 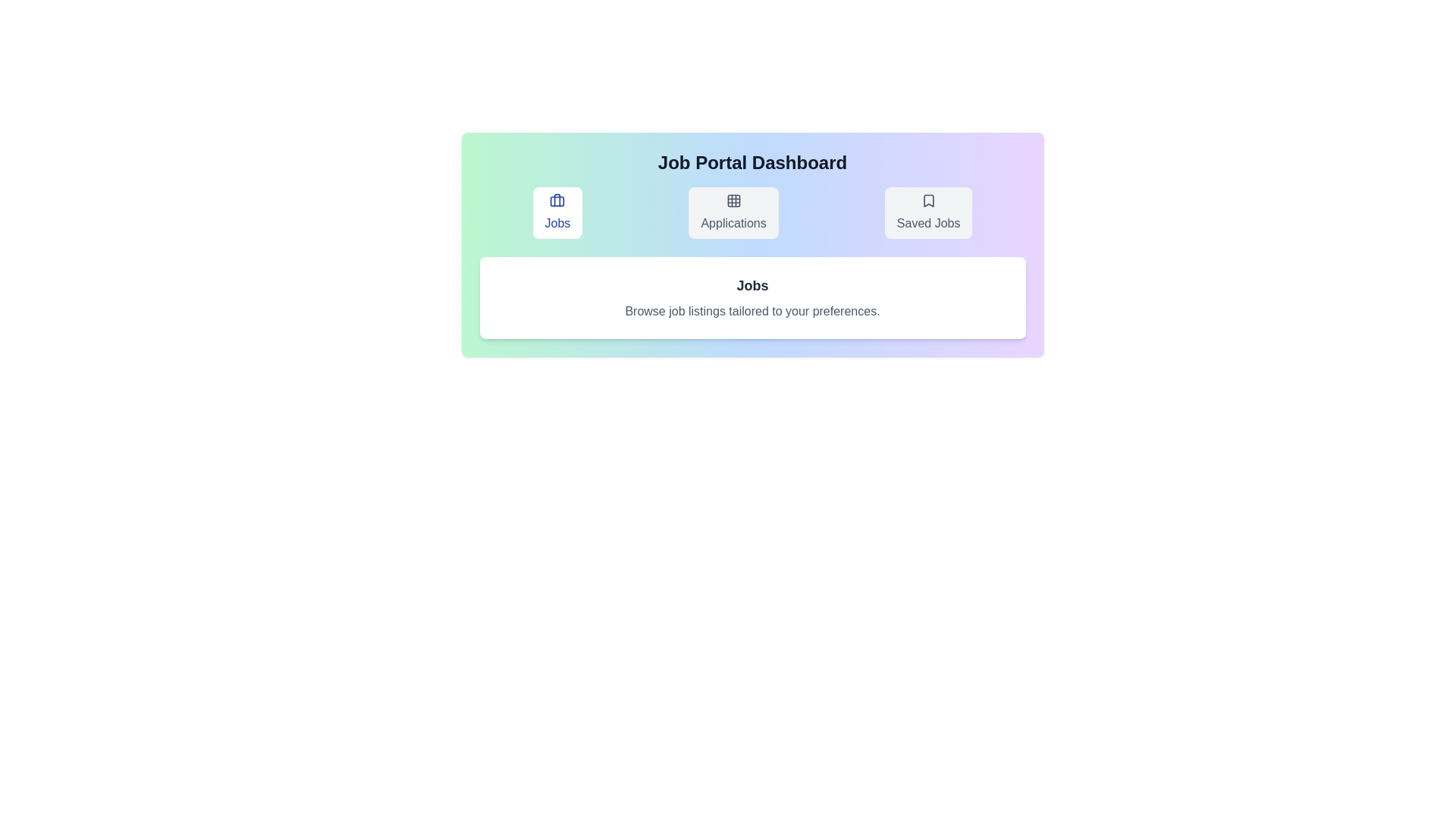 What do you see at coordinates (556, 213) in the screenshot?
I see `the tab labeled Jobs to activate its content` at bounding box center [556, 213].